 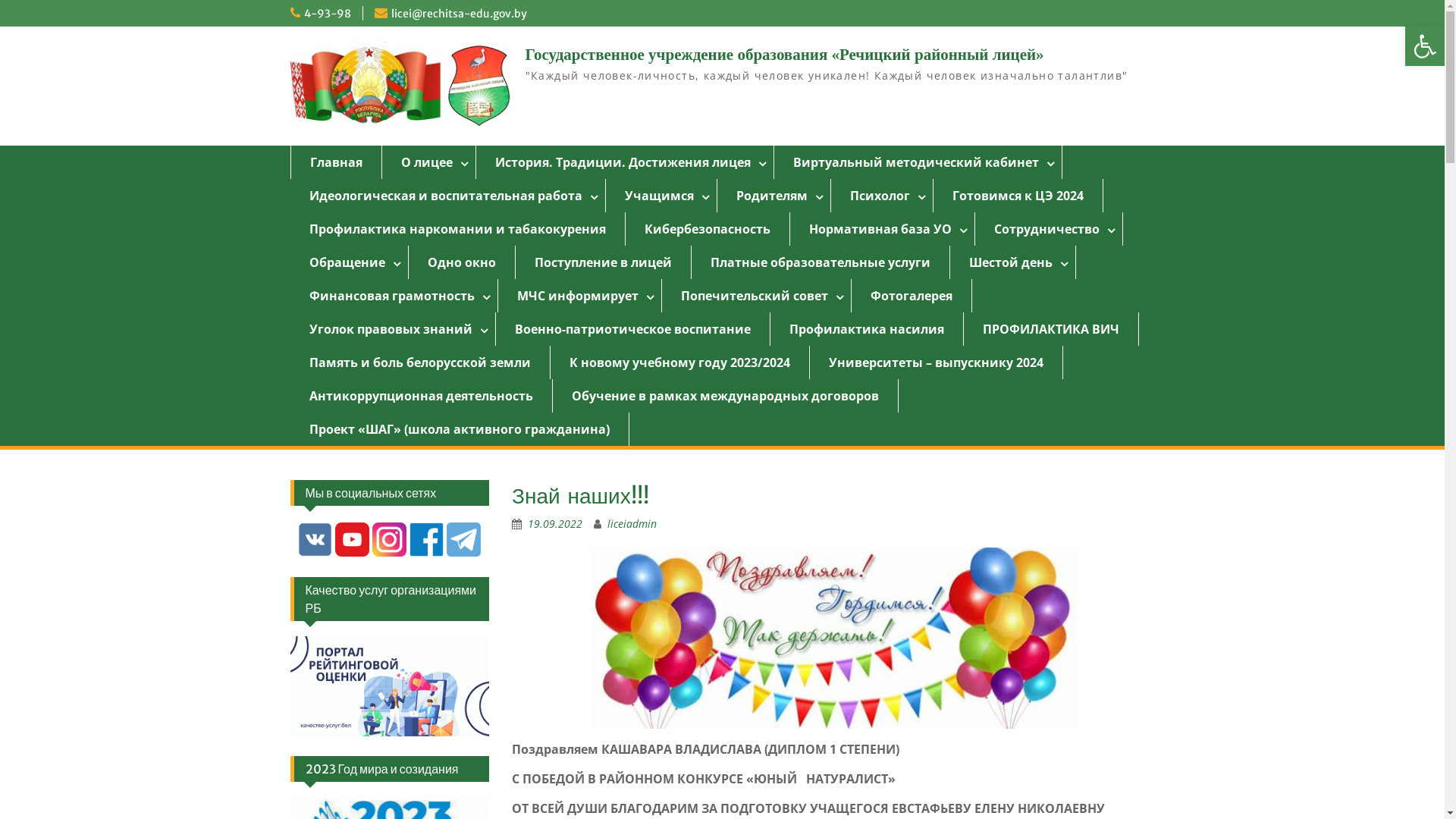 I want to click on 'Facebook', so click(x=425, y=538).